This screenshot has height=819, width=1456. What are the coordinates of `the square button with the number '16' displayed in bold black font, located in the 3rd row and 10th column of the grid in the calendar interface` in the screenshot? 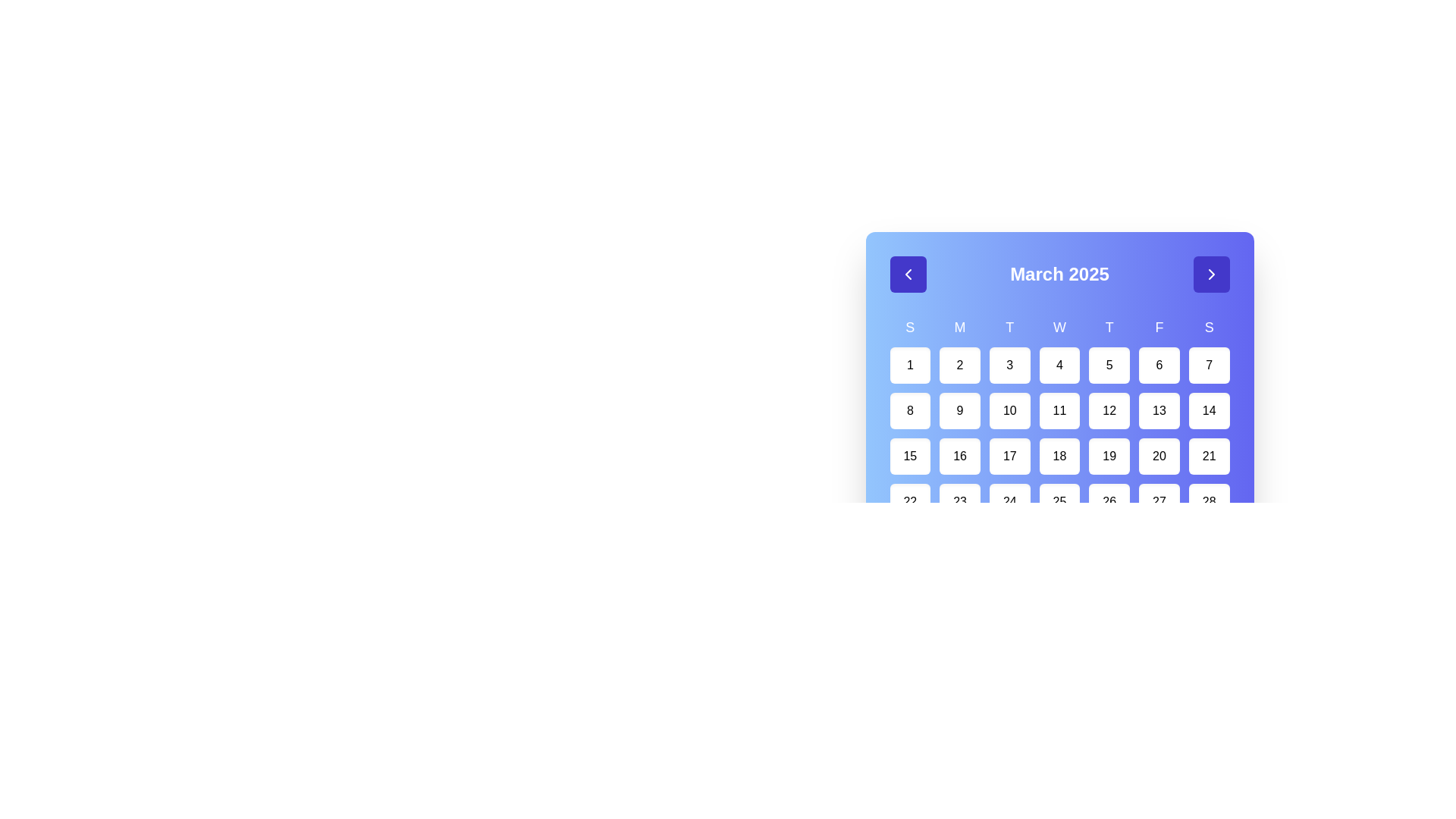 It's located at (959, 455).